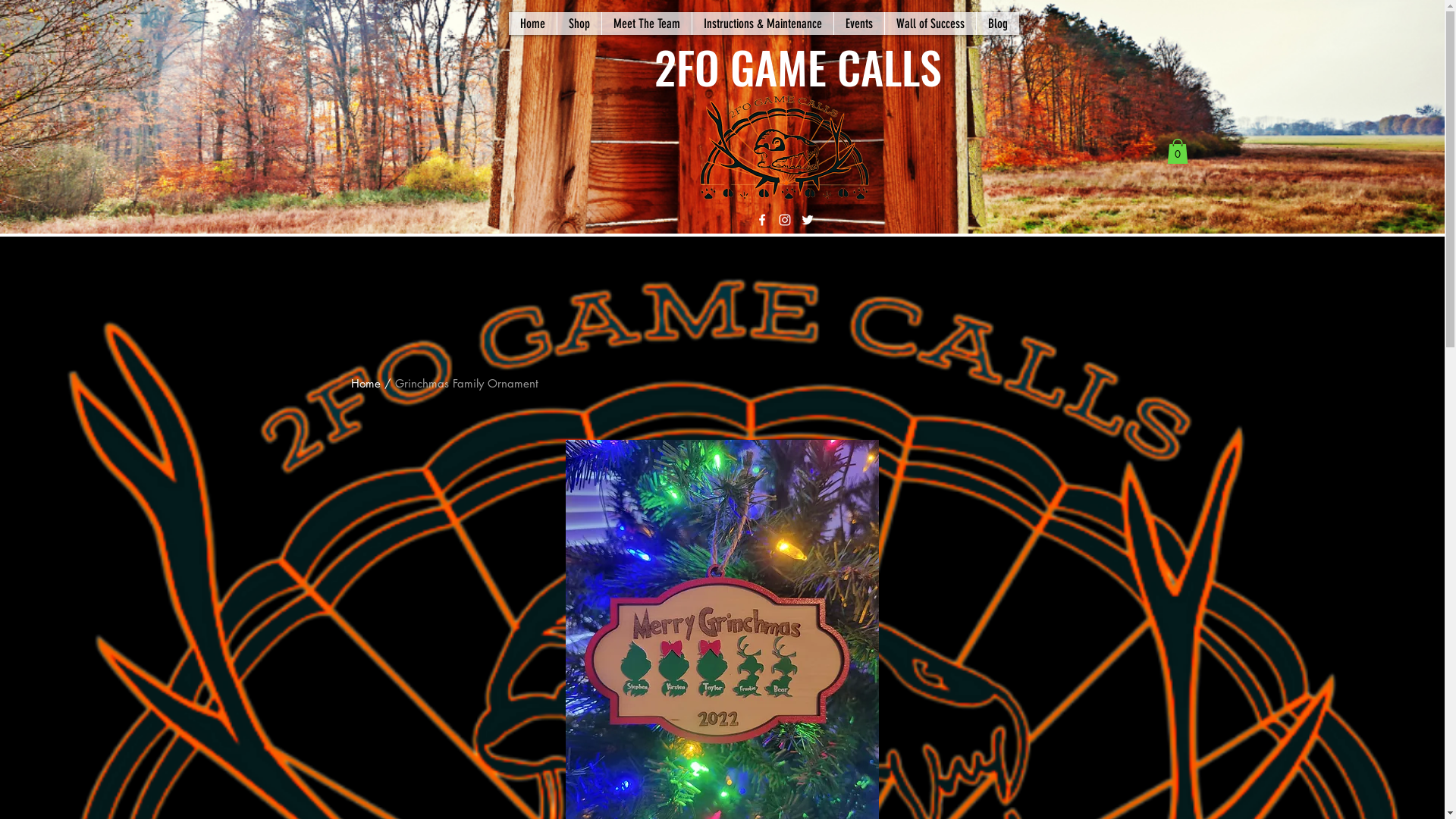  What do you see at coordinates (997, 23) in the screenshot?
I see `'Blog'` at bounding box center [997, 23].